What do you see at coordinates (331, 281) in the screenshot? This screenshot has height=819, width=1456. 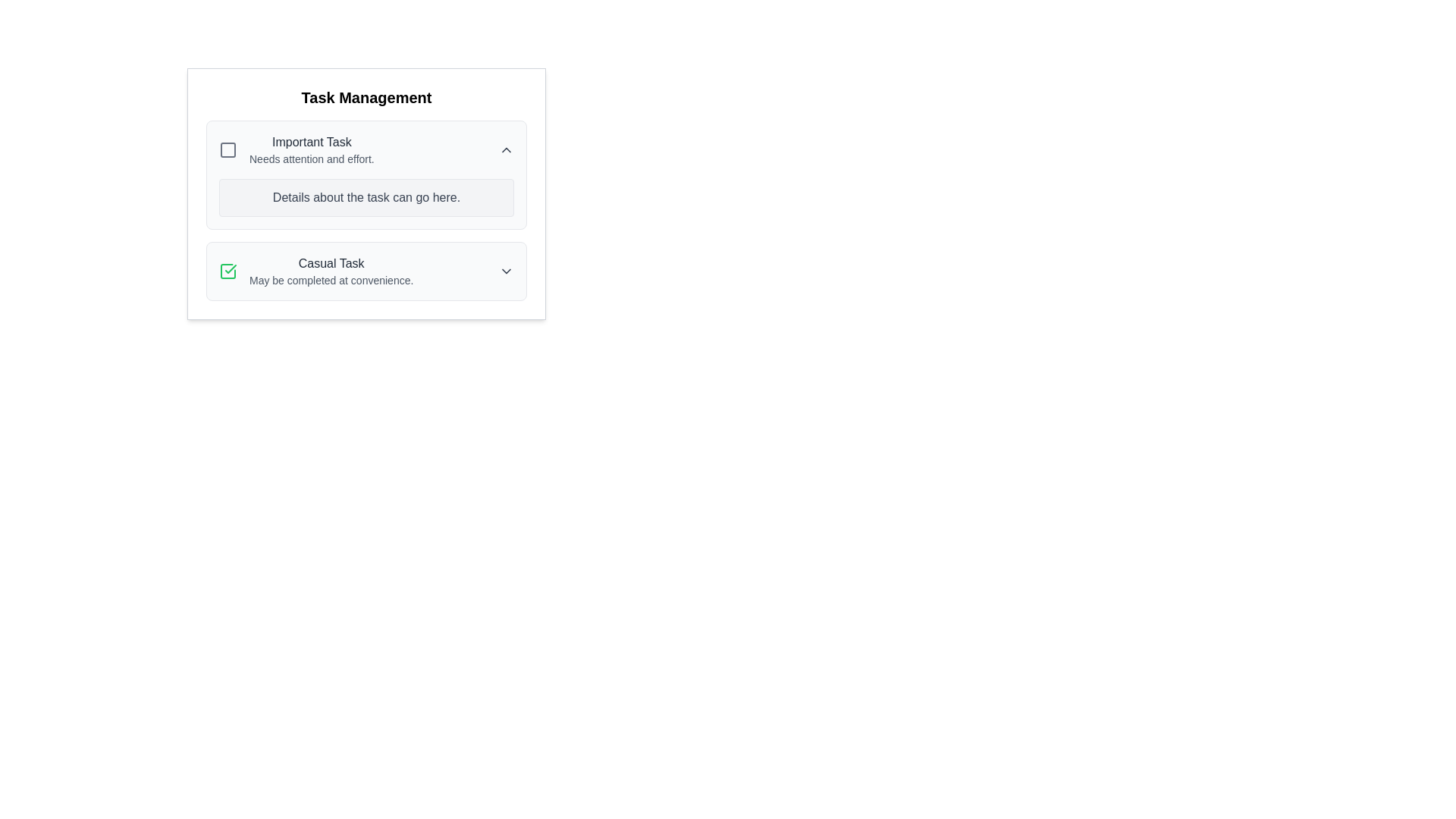 I see `text label providing additional details about the task titled 'Casual Task', which indicates its optional and non-urgent nature, located beneath the title within the task management card` at bounding box center [331, 281].